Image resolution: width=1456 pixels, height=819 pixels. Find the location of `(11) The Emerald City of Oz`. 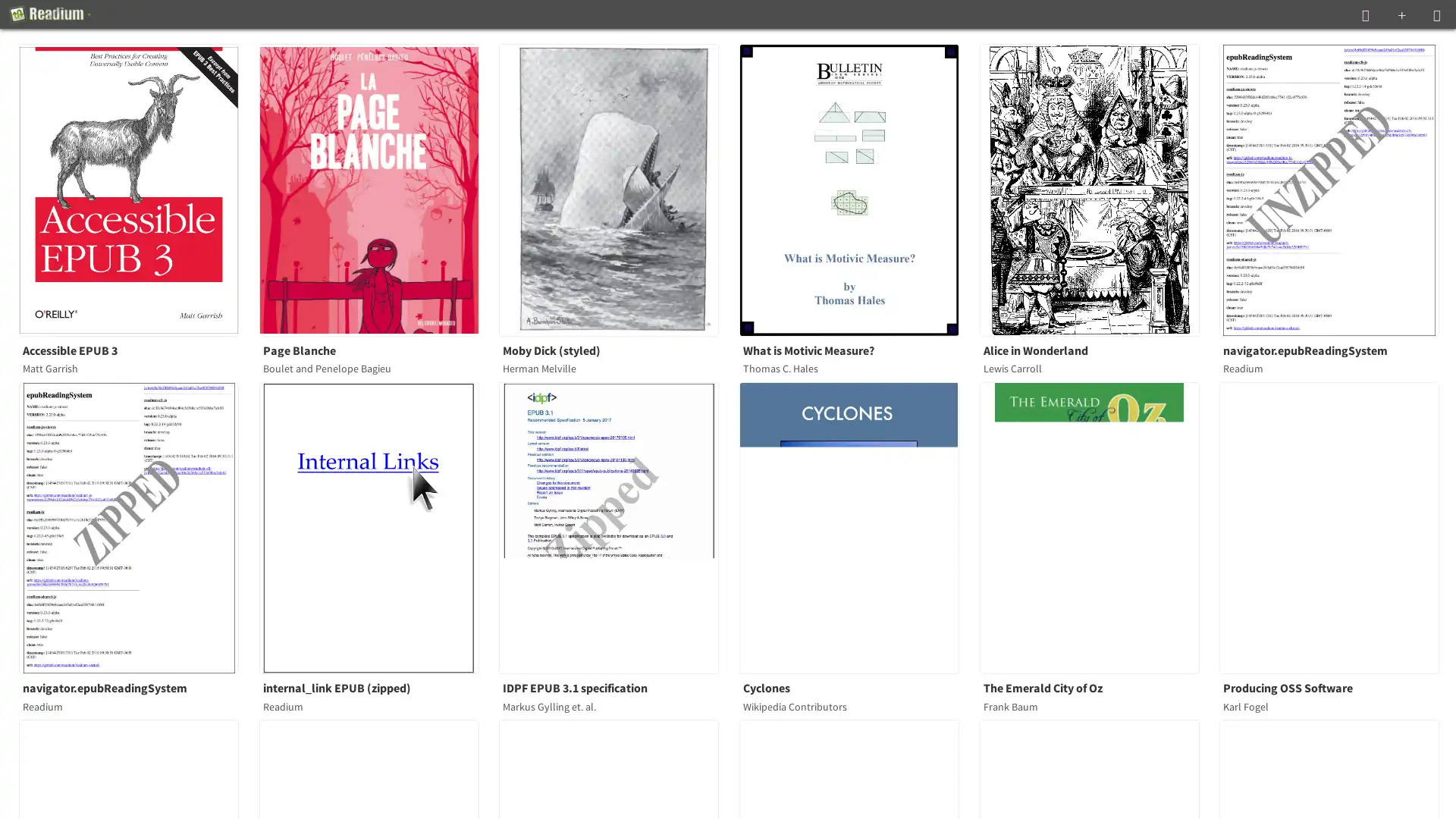

(11) The Emerald City of Oz is located at coordinates (1098, 526).